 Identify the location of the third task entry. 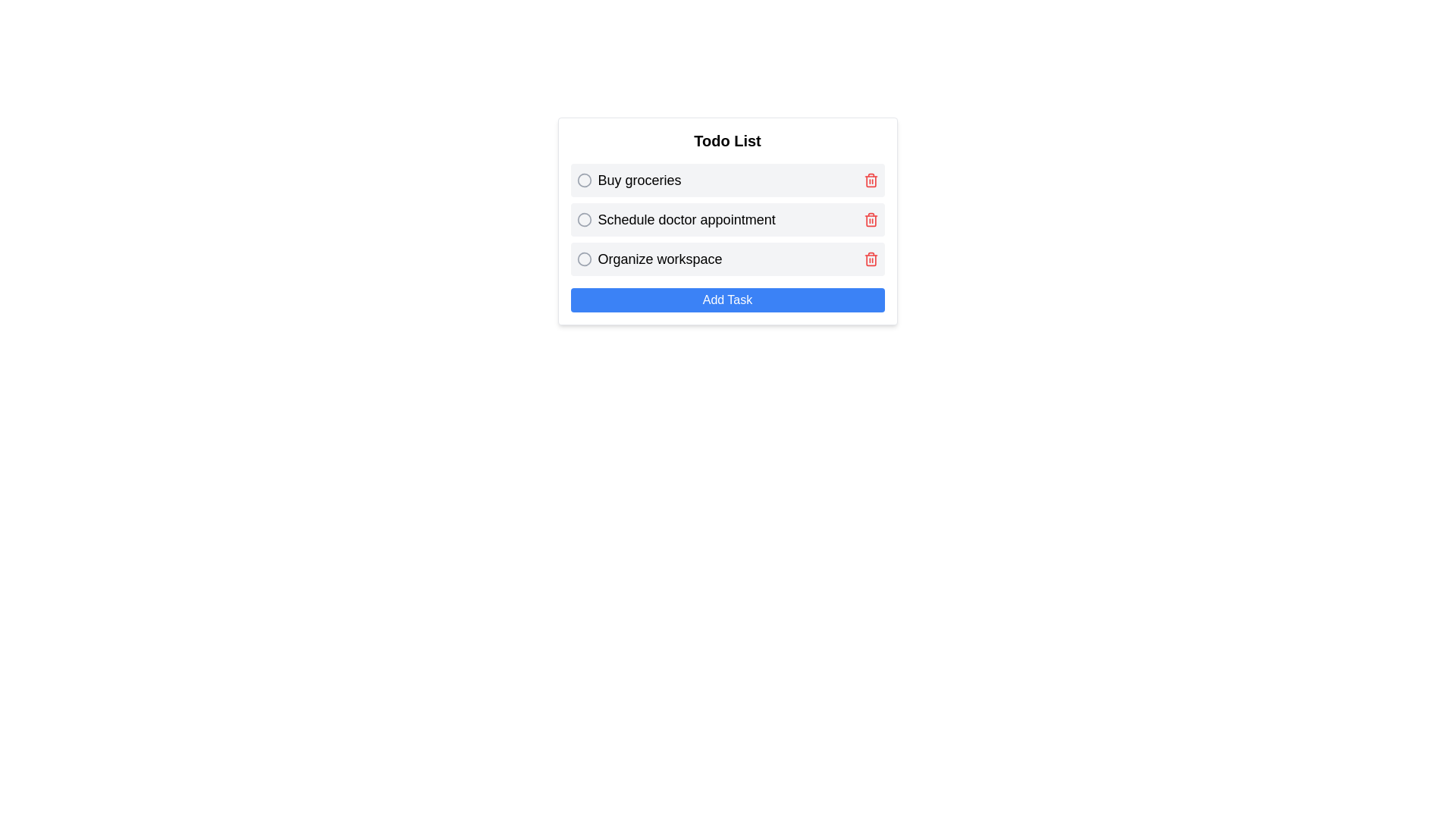
(726, 259).